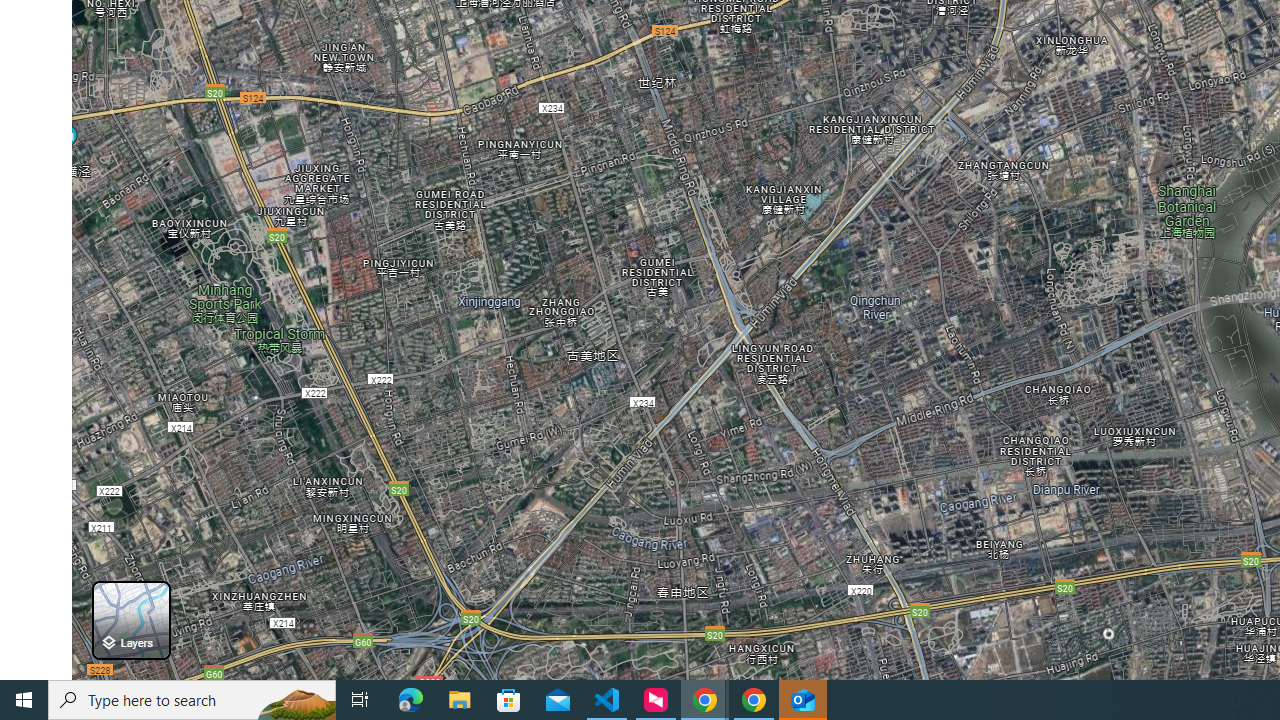  Describe the element at coordinates (130, 619) in the screenshot. I see `'Layers'` at that location.